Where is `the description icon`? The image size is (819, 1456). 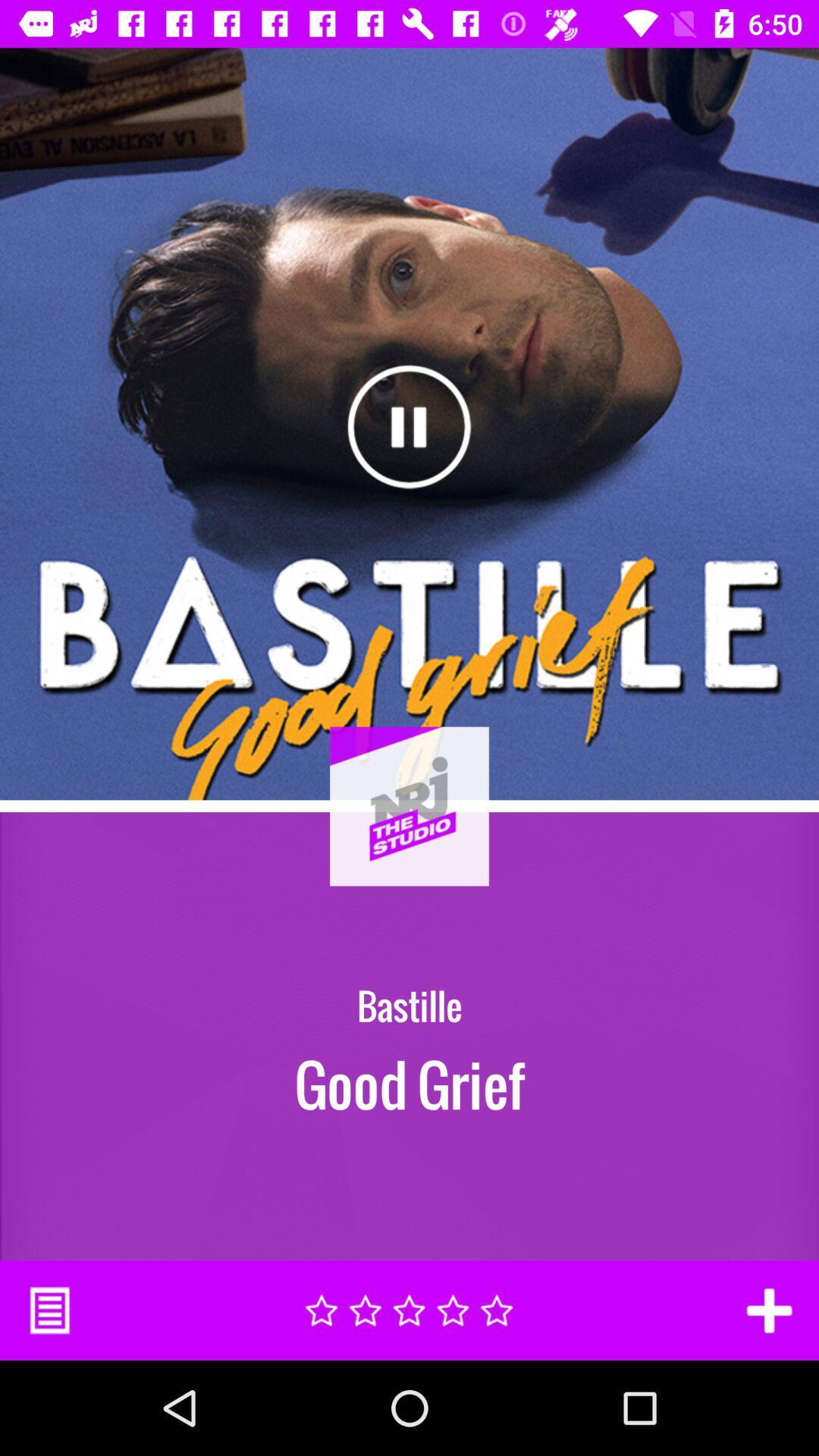
the description icon is located at coordinates (49, 1310).